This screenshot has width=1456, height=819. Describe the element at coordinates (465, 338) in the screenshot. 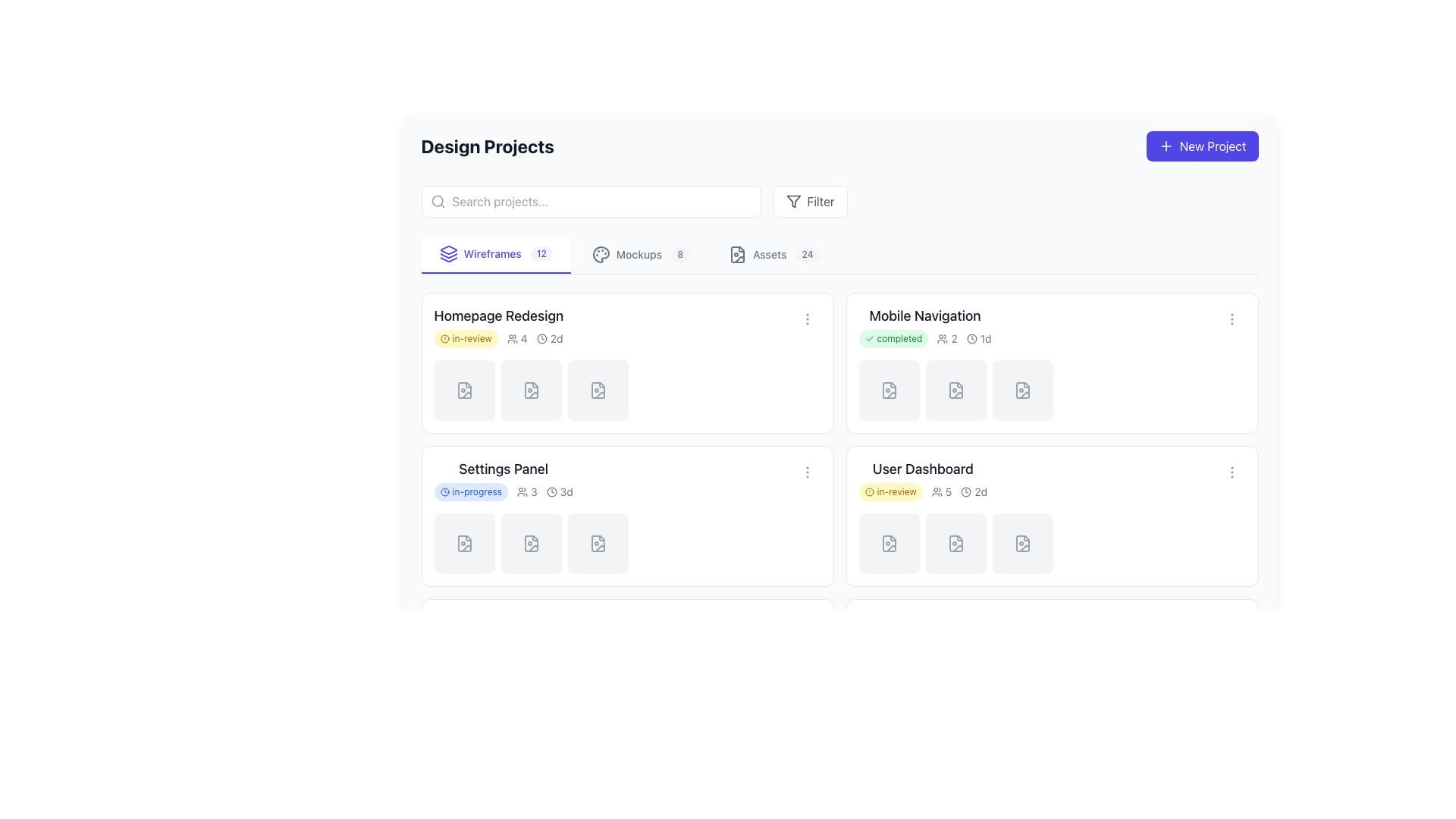

I see `status text of the small rectangular badge with rounded corners that has a light yellow background and displays 'in-review' in yellow text, located in the header area above the 'Homepage Redesign' project card` at that location.